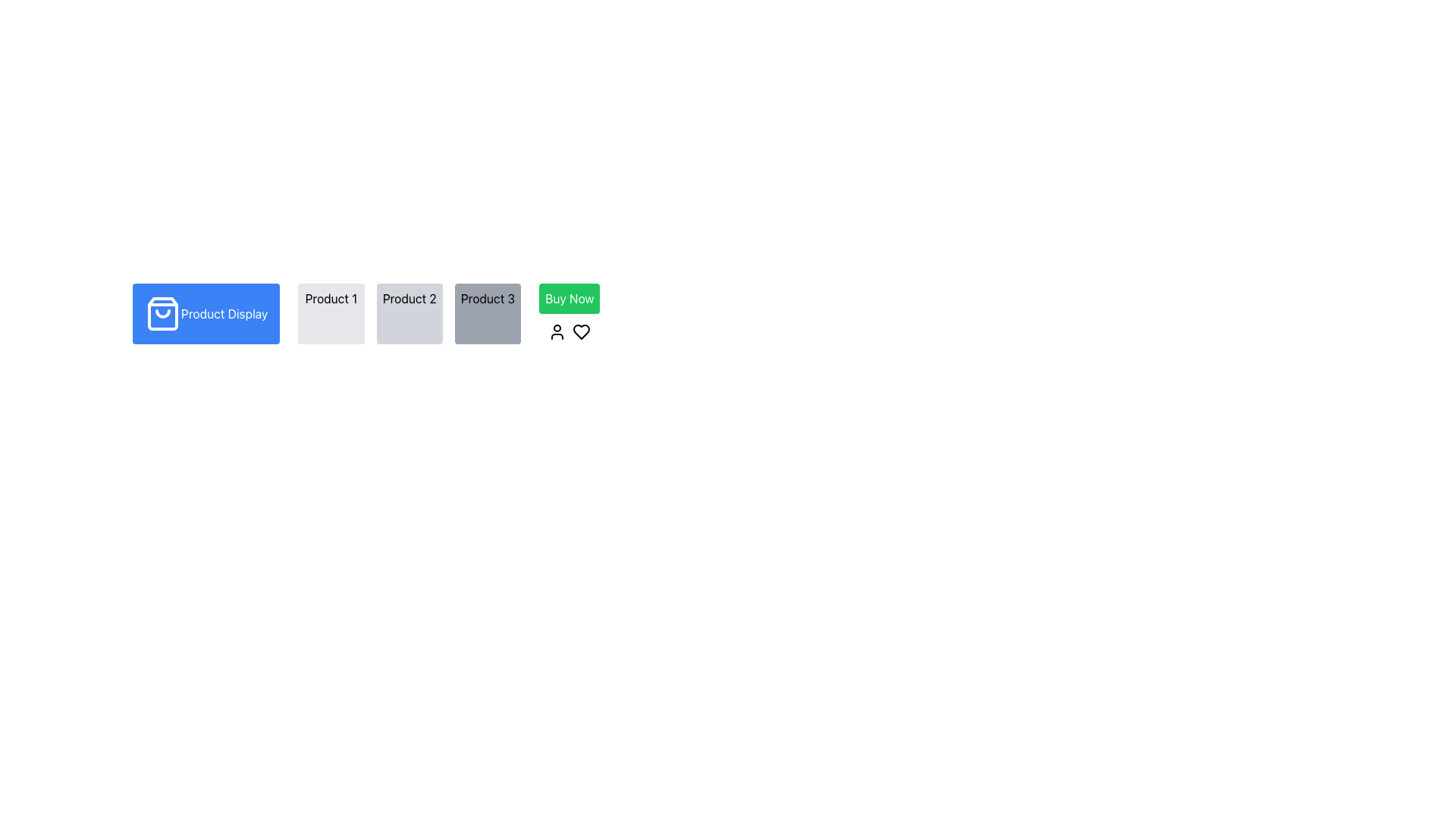 The image size is (1456, 819). I want to click on the 'Buy Now' button, which is a rectangular element with a green background and white text located in the bottom row of the layout, so click(569, 312).